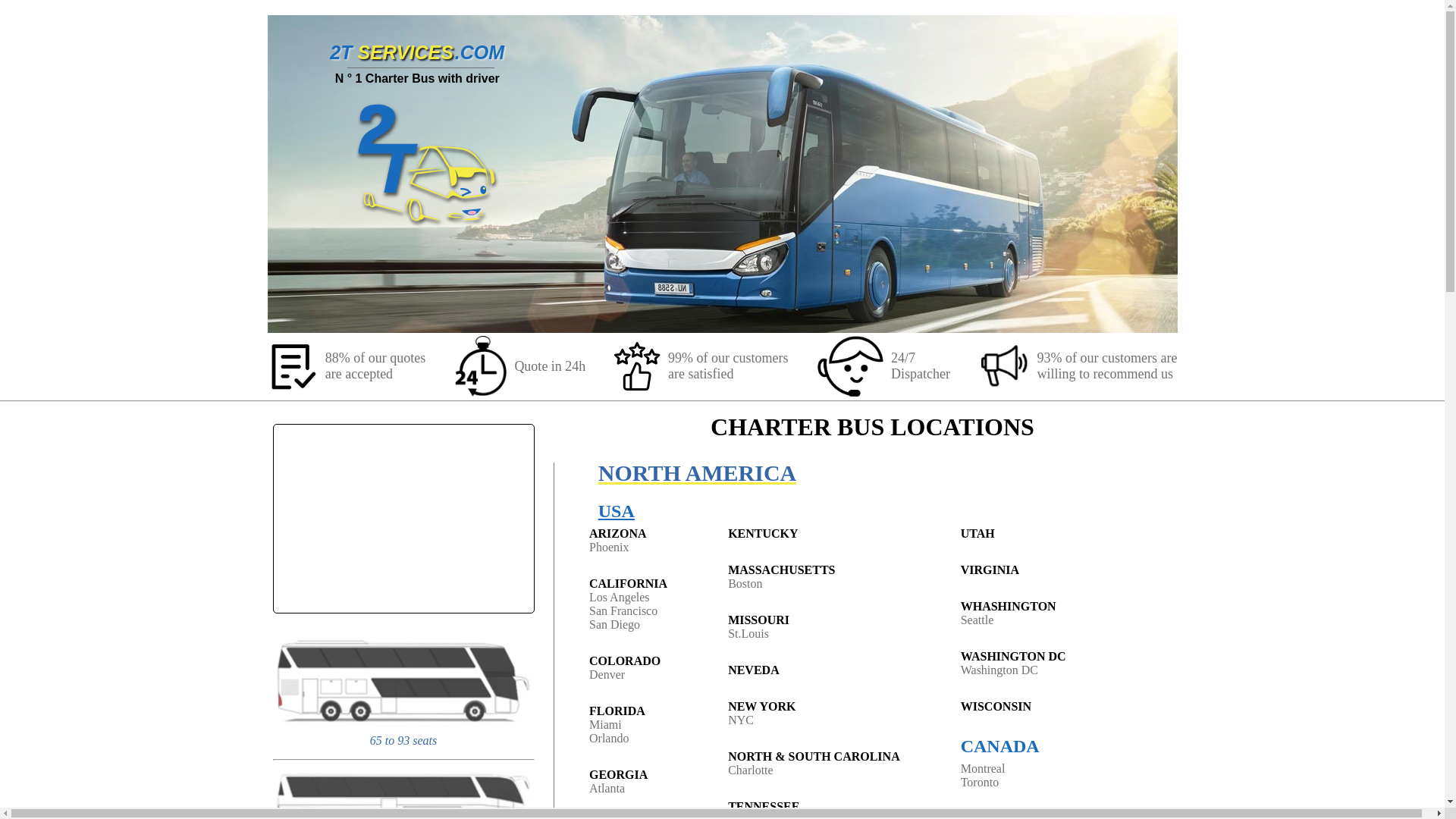 This screenshot has width=1456, height=819. I want to click on 'Toronto', so click(979, 782).